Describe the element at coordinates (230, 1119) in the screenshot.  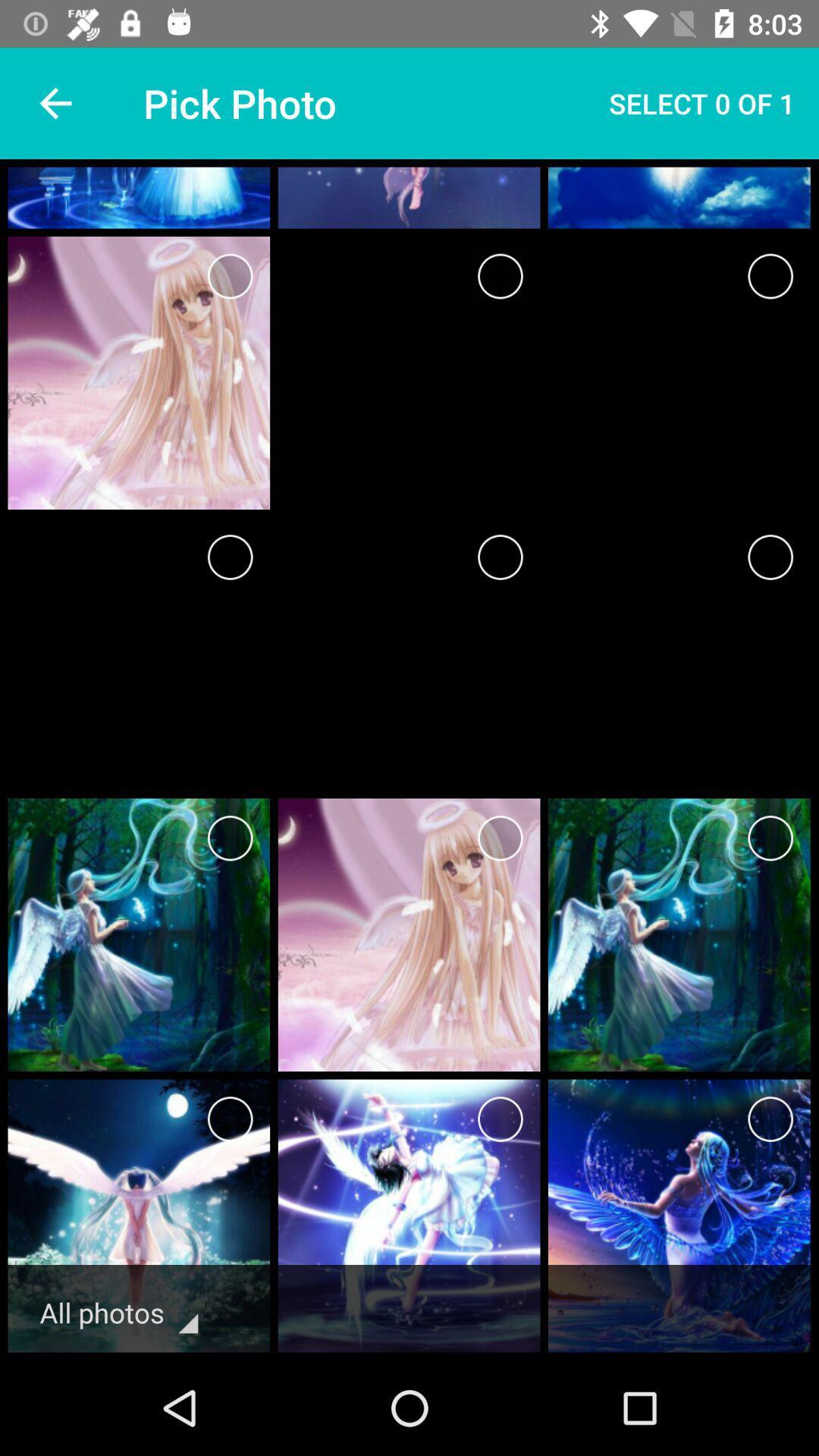
I see `button` at that location.